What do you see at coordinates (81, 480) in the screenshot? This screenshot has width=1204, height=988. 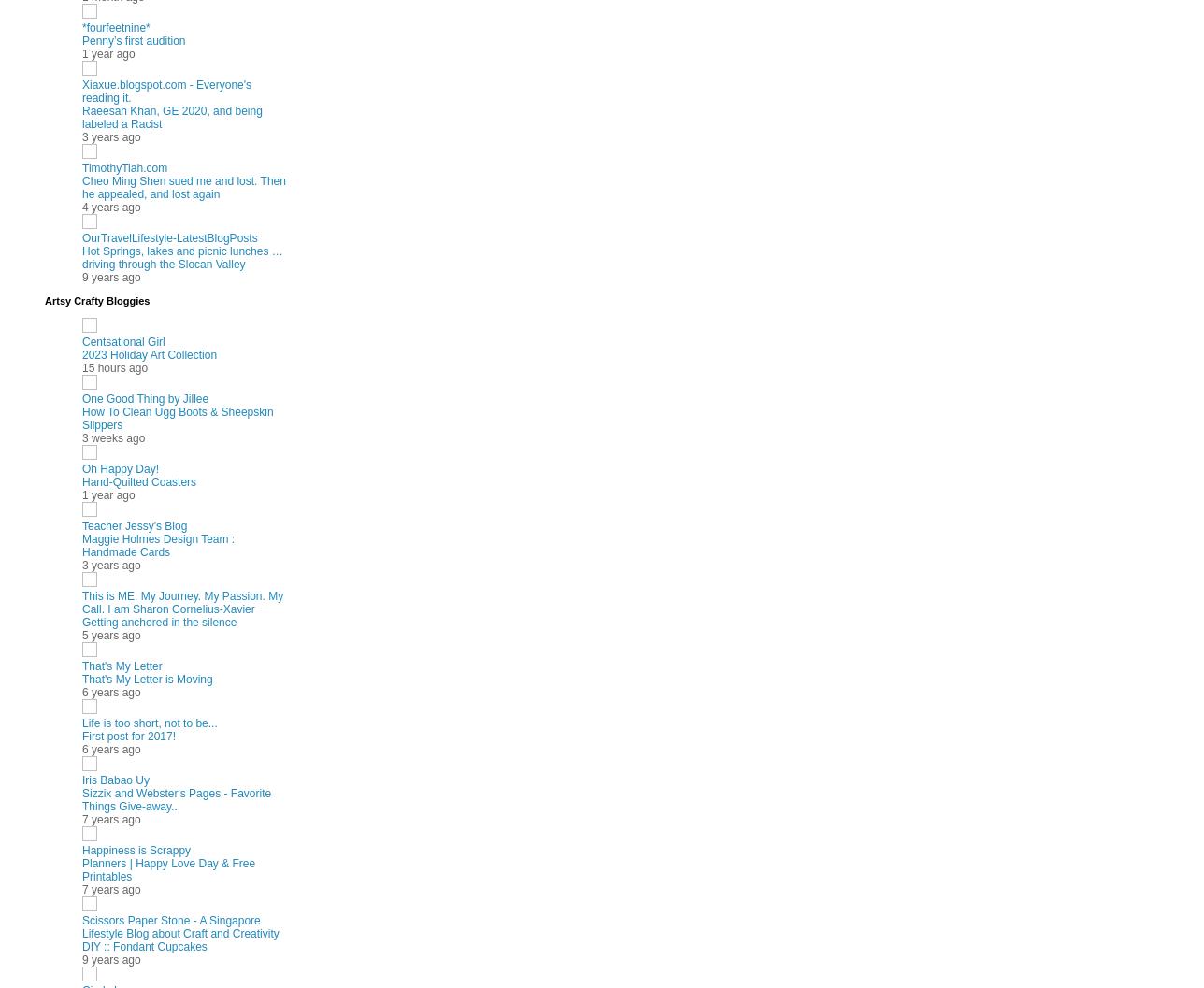 I see `'Hand-Quilted Coasters'` at bounding box center [81, 480].